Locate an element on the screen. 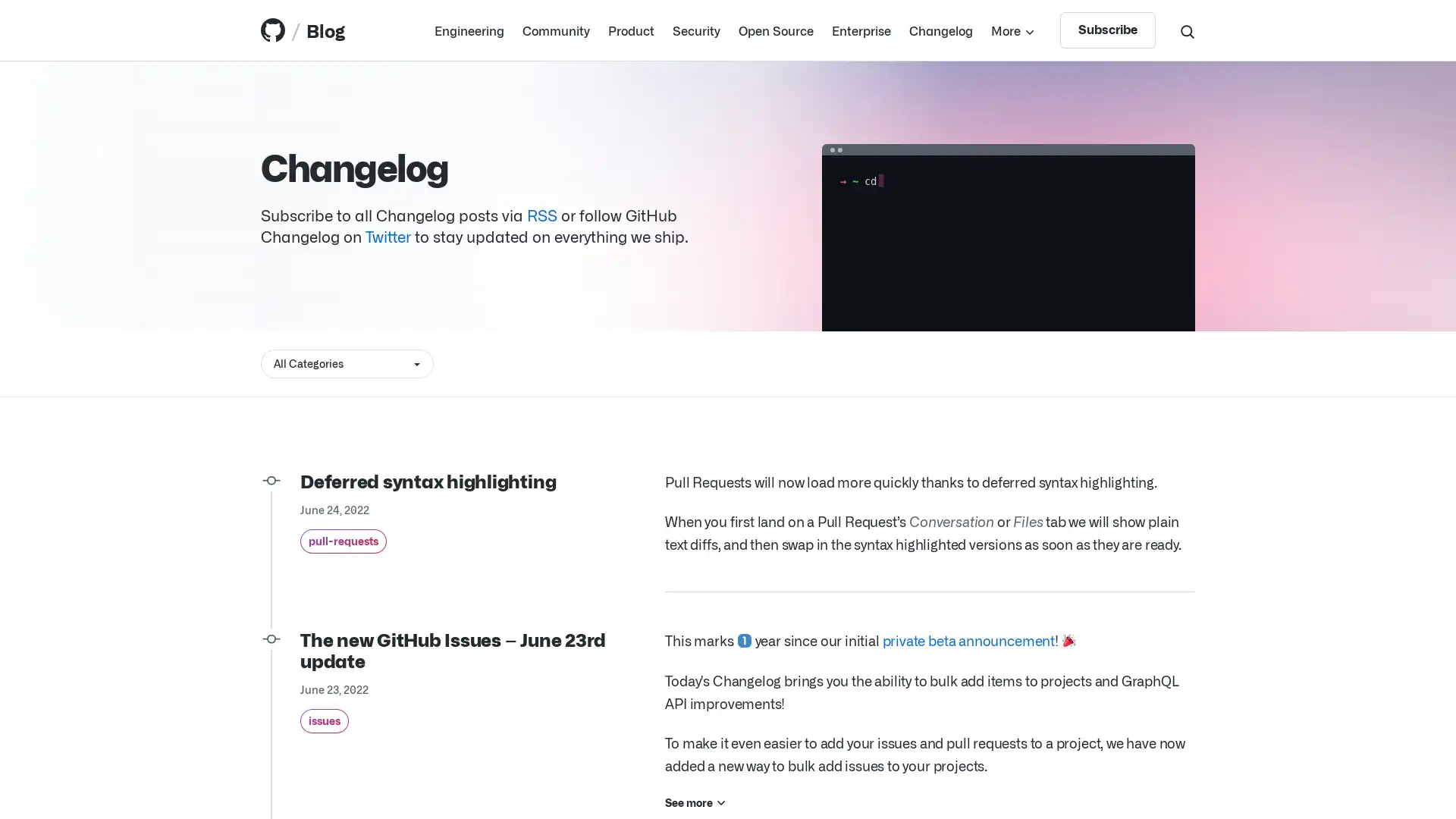 Image resolution: width=1456 pixels, height=819 pixels. More is located at coordinates (1013, 29).